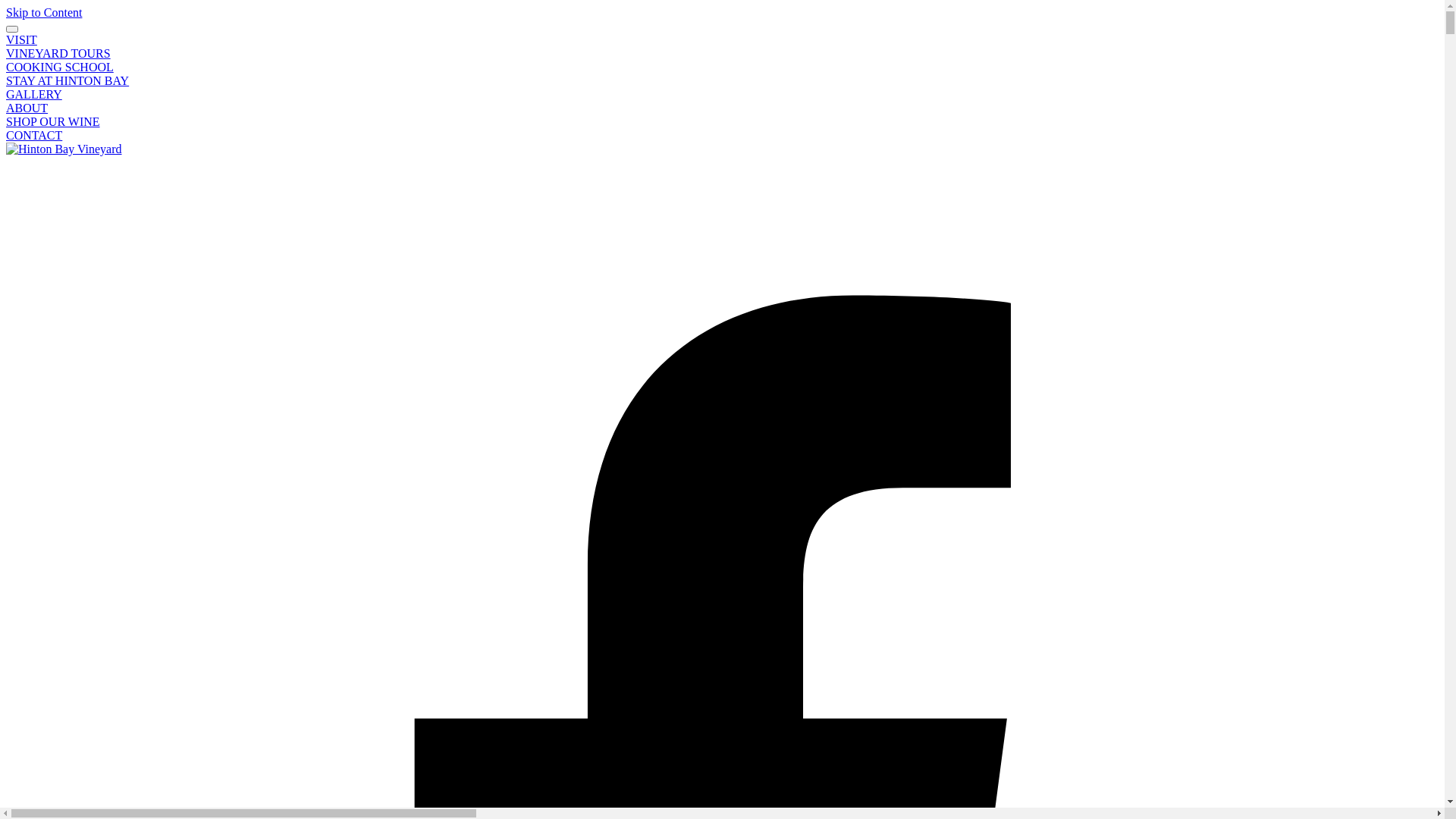 The height and width of the screenshot is (819, 1456). Describe the element at coordinates (6, 80) in the screenshot. I see `'STAY AT HINTON BAY'` at that location.